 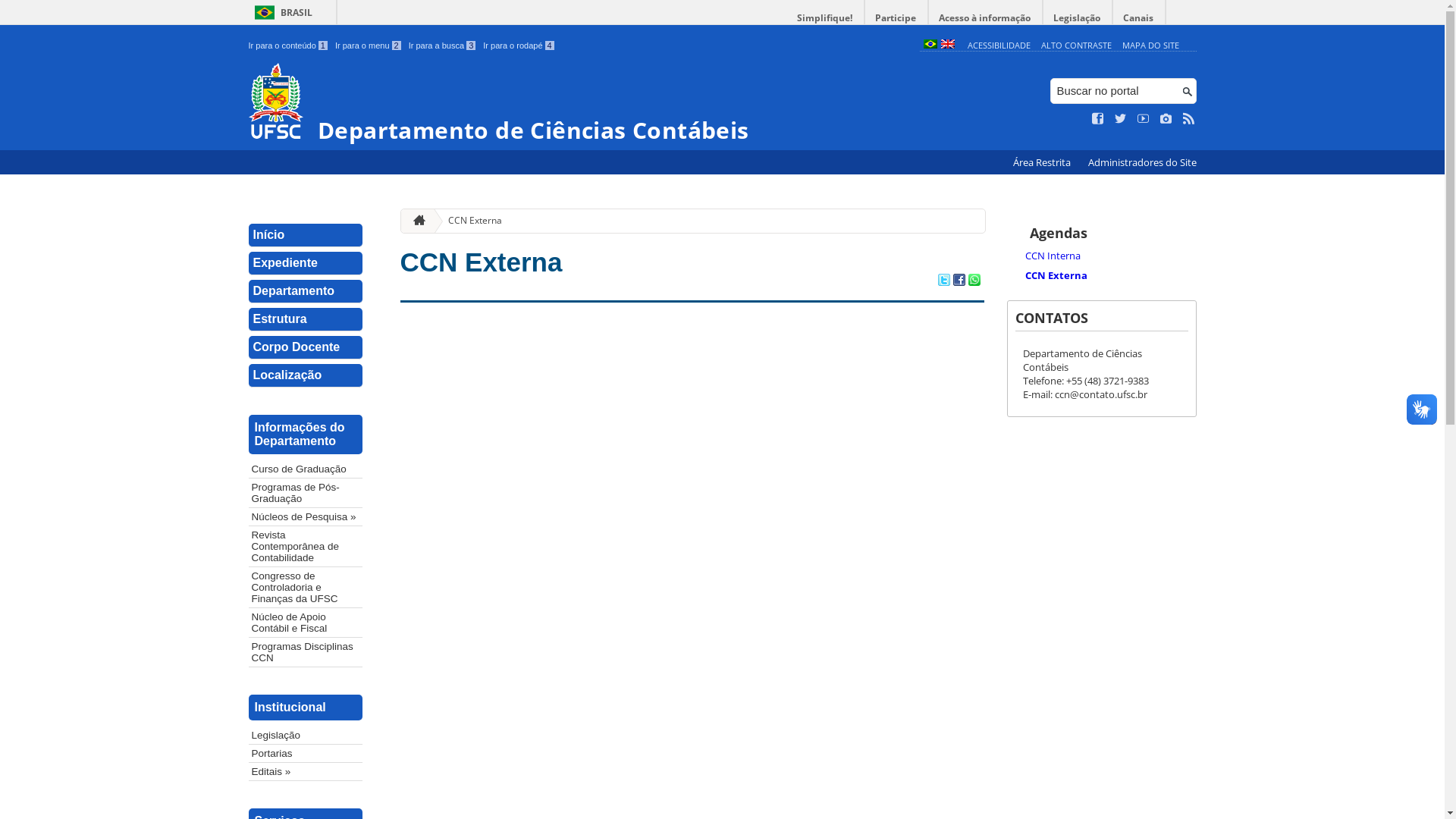 I want to click on 'Participe', so click(x=895, y=17).